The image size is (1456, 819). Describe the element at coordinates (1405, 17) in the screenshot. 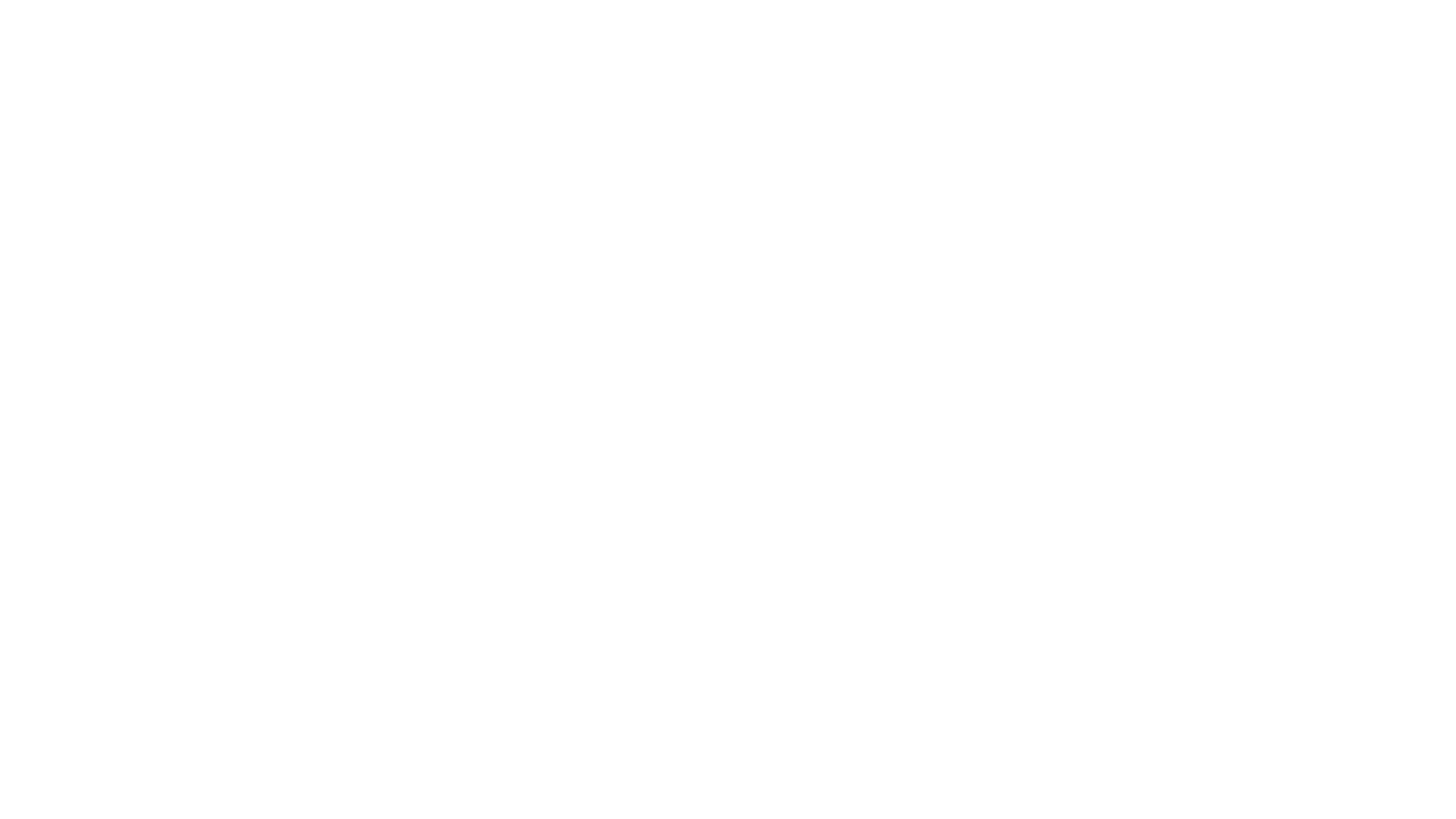

I see `Try Notion` at that location.